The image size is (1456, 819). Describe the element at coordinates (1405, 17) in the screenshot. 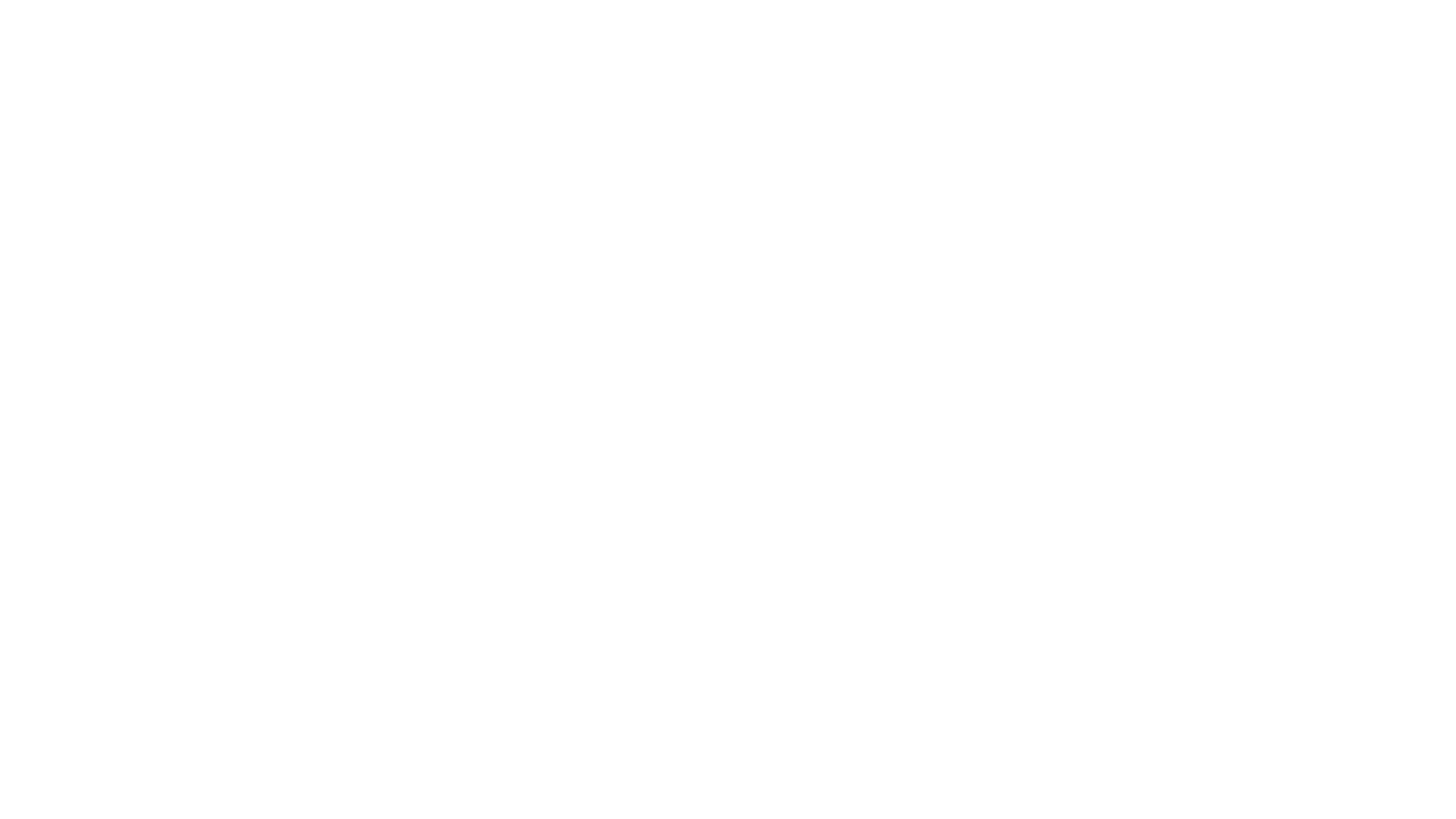

I see `Try Notion` at that location.